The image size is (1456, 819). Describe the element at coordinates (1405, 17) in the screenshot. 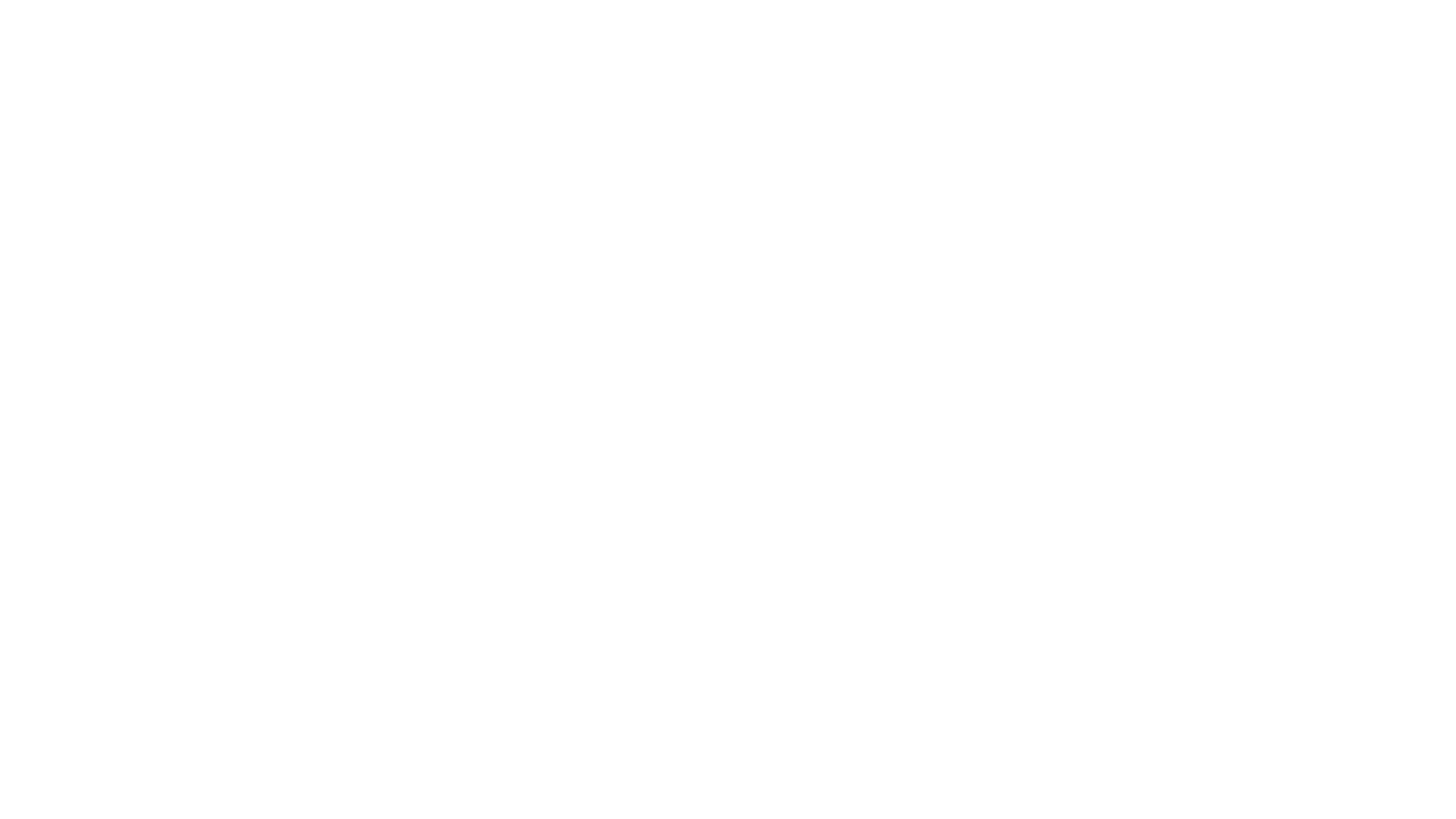

I see `Try Notion` at that location.